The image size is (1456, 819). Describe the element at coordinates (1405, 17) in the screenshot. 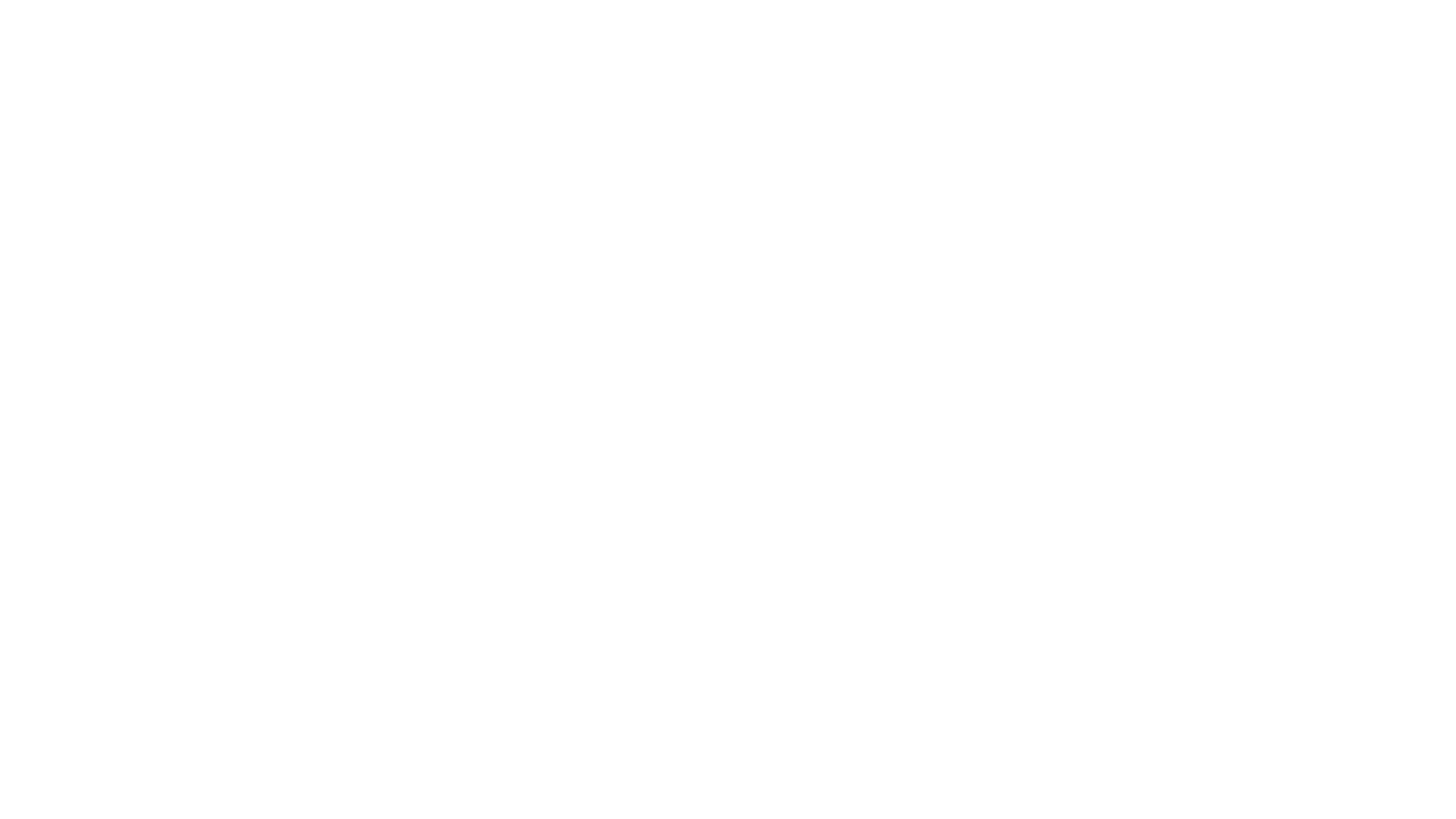

I see `Try Notion` at that location.